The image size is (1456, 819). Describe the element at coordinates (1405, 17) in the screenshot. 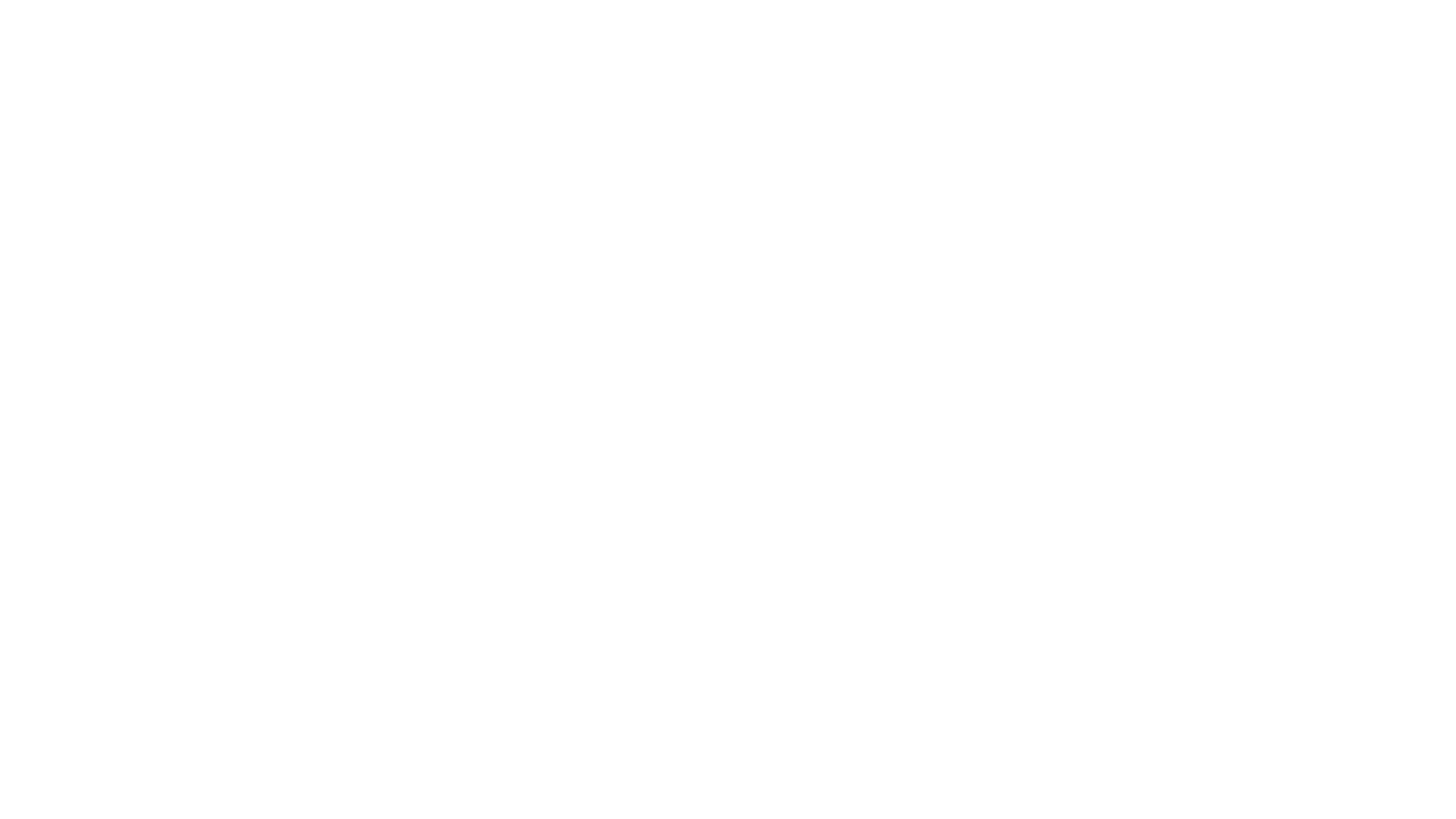

I see `Try Notion` at that location.